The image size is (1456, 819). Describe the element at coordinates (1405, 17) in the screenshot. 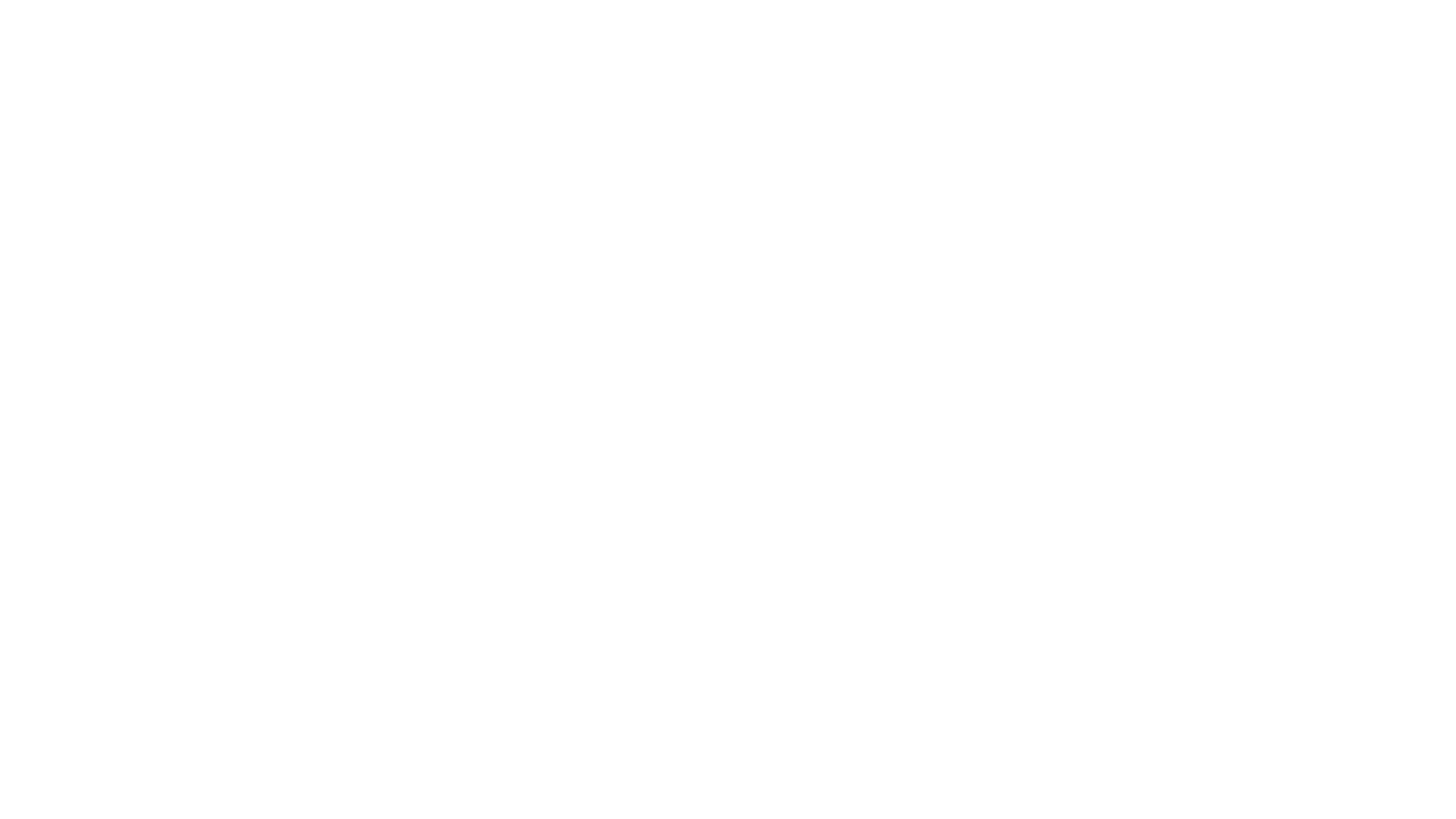

I see `Try Notion` at that location.